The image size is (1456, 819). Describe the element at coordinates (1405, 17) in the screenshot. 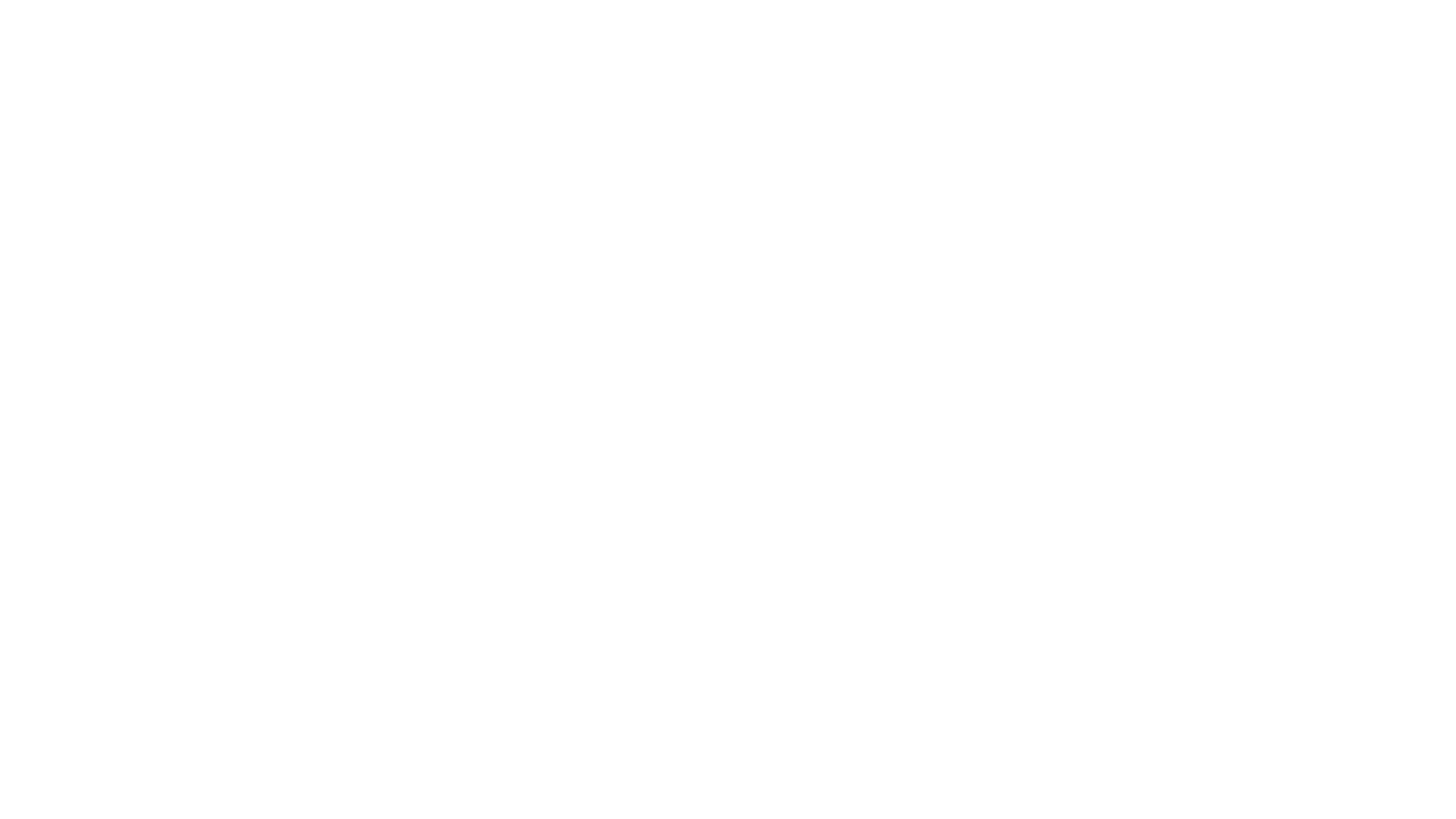

I see `Try Notion` at that location.